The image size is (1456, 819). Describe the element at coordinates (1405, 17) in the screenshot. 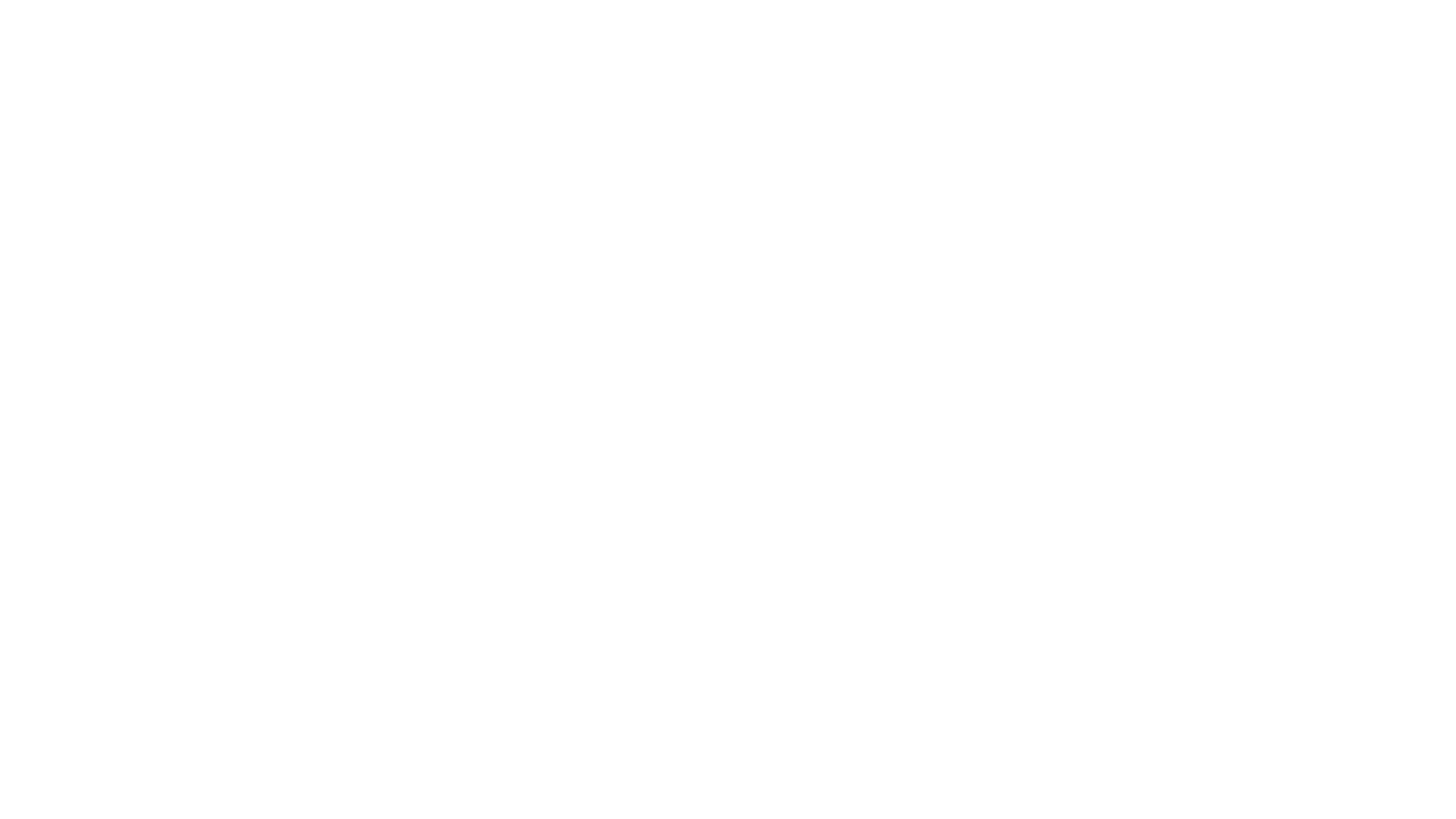

I see `Try Notion` at that location.